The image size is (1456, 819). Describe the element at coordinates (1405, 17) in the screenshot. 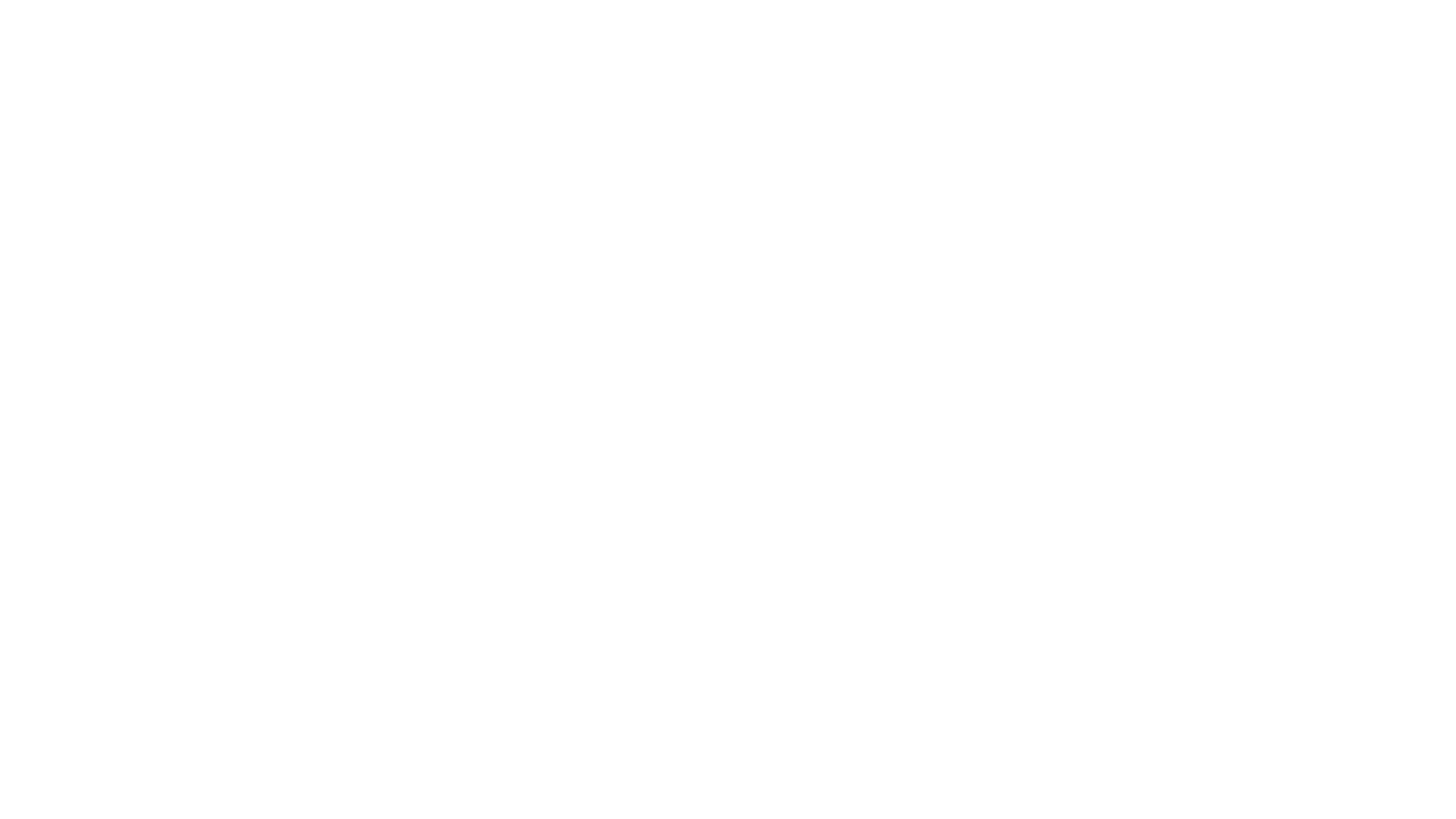

I see `Try Notion` at that location.